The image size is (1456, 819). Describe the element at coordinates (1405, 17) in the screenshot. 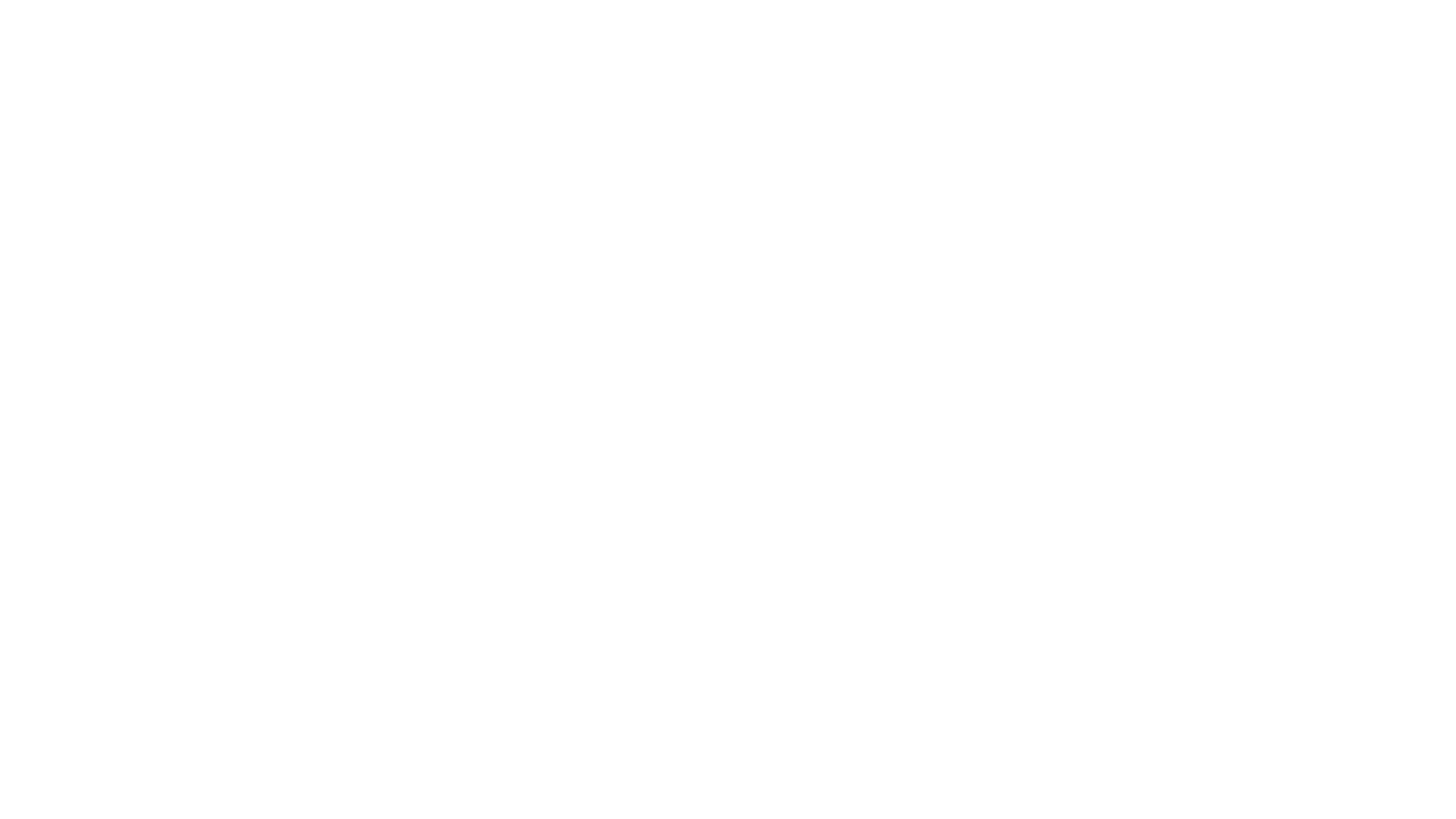

I see `Try Notion` at that location.